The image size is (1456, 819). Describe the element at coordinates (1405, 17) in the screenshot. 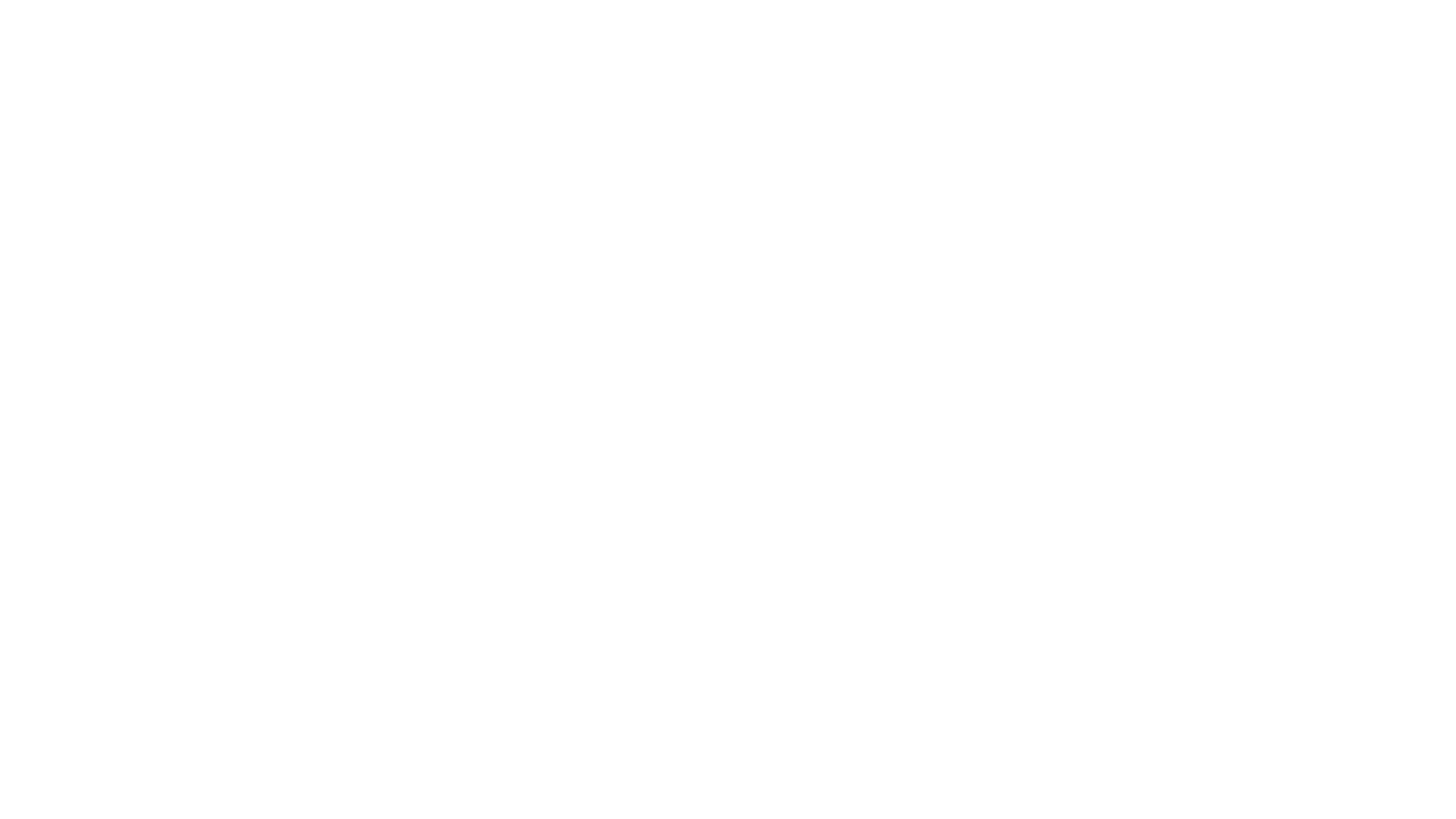

I see `Try Notion` at that location.